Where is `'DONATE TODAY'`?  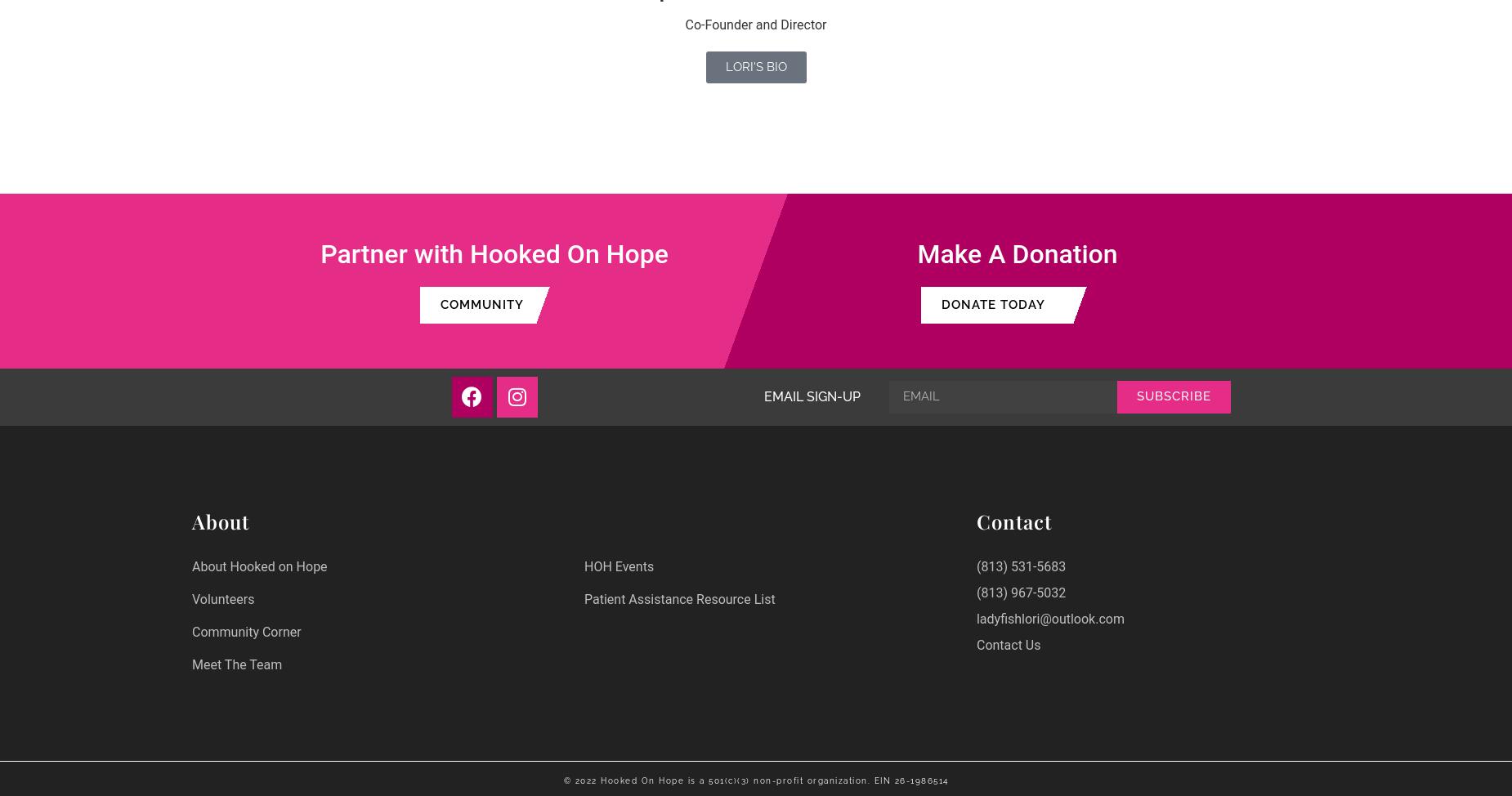
'DONATE TODAY' is located at coordinates (991, 303).